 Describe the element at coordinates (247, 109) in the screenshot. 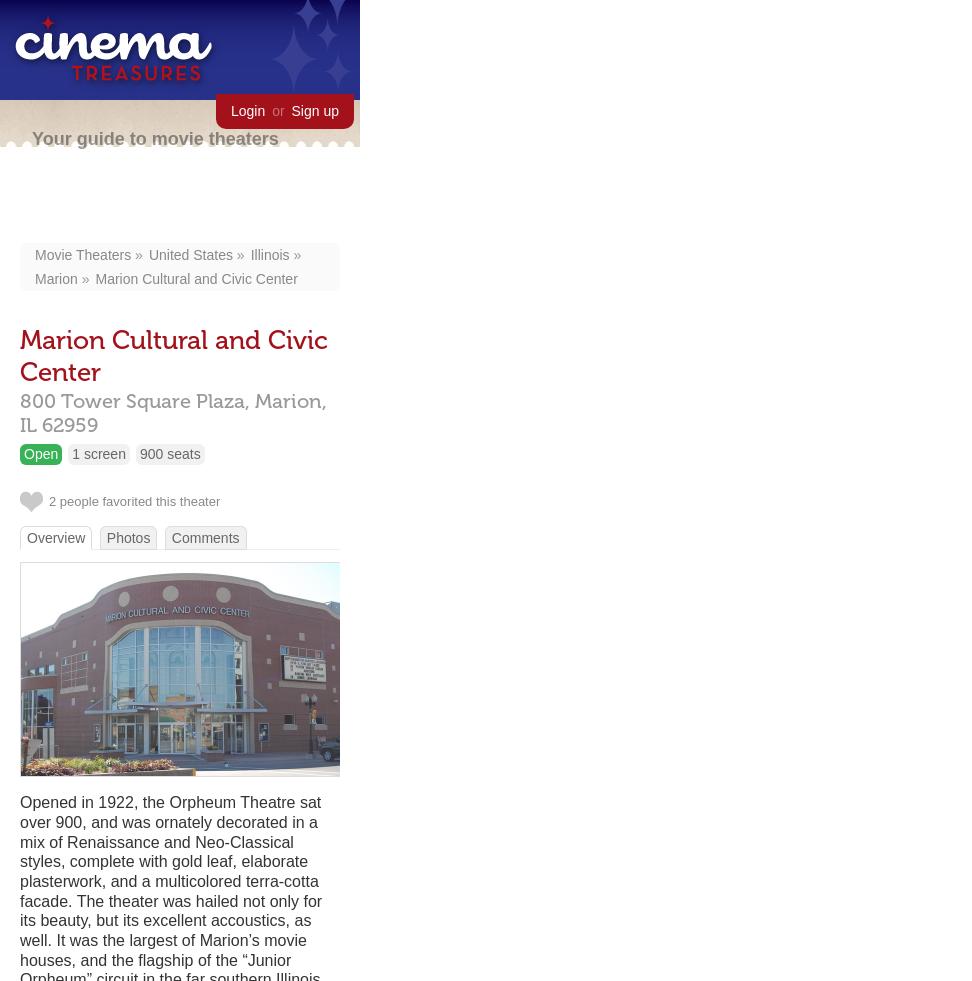

I see `'Login'` at that location.